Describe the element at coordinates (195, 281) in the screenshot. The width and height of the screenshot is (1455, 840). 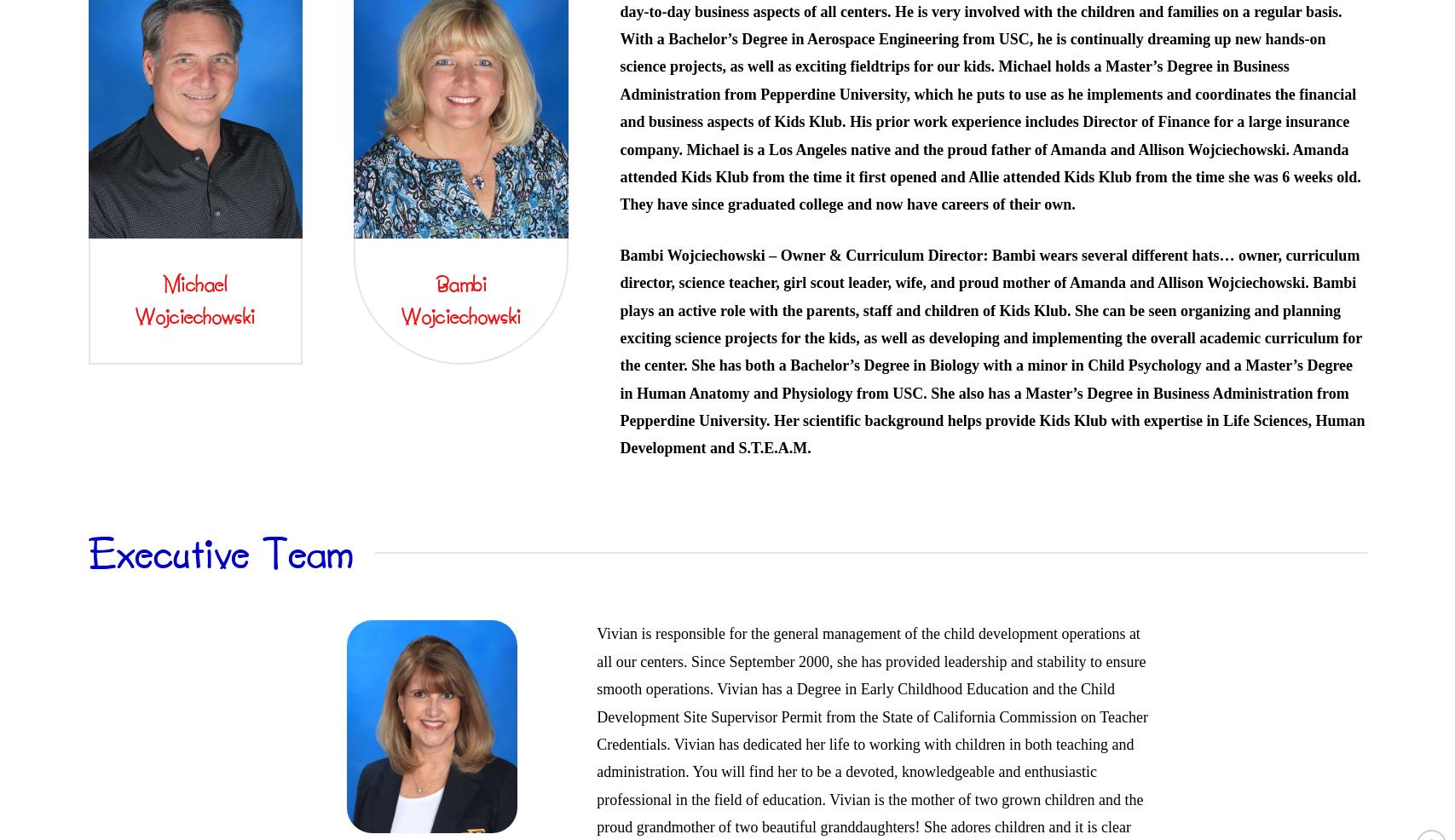
I see `'Michael'` at that location.